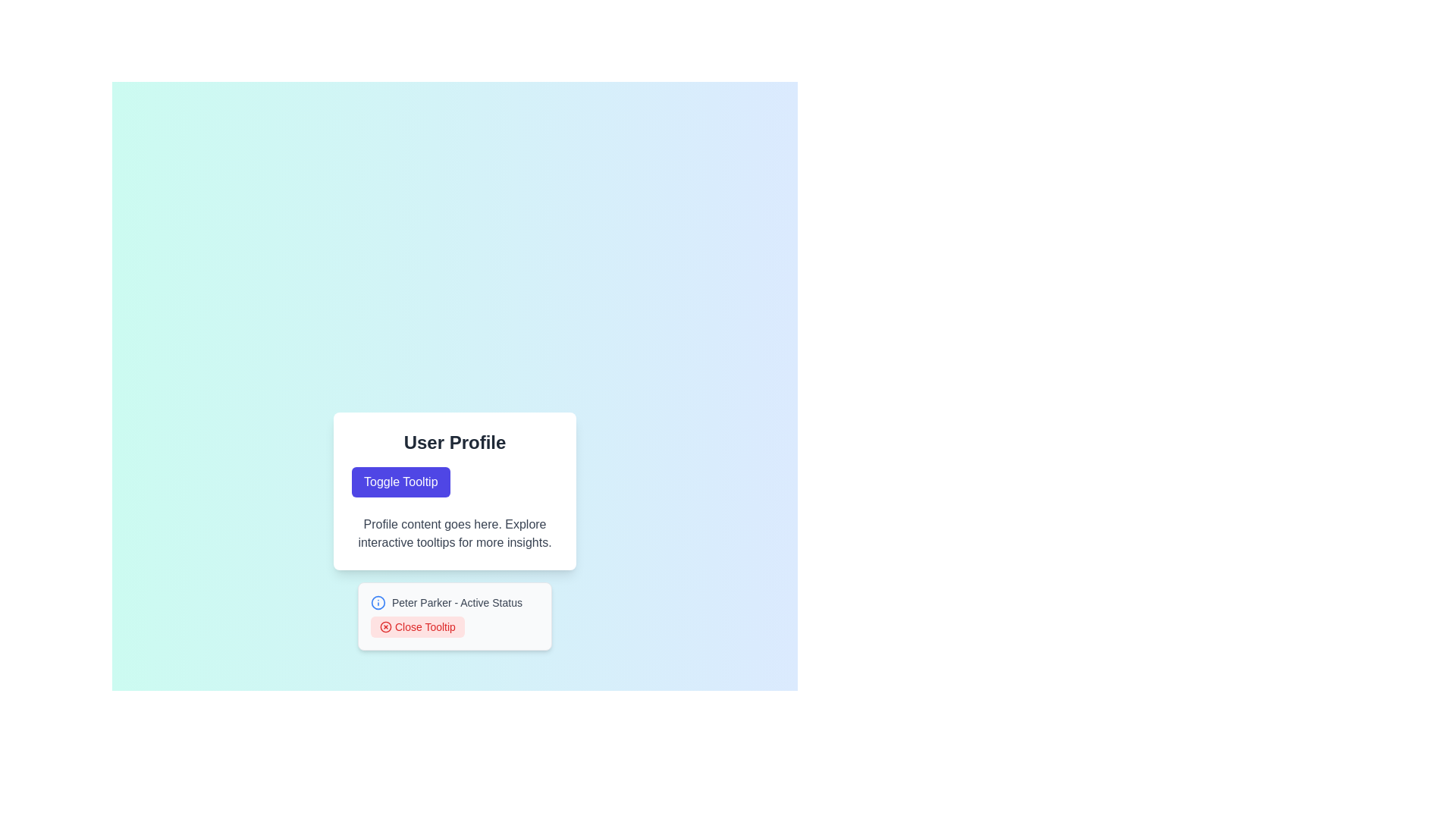 This screenshot has width=1456, height=819. Describe the element at coordinates (385, 626) in the screenshot. I see `the close icon, which is a circular button with an 'X' in the center` at that location.